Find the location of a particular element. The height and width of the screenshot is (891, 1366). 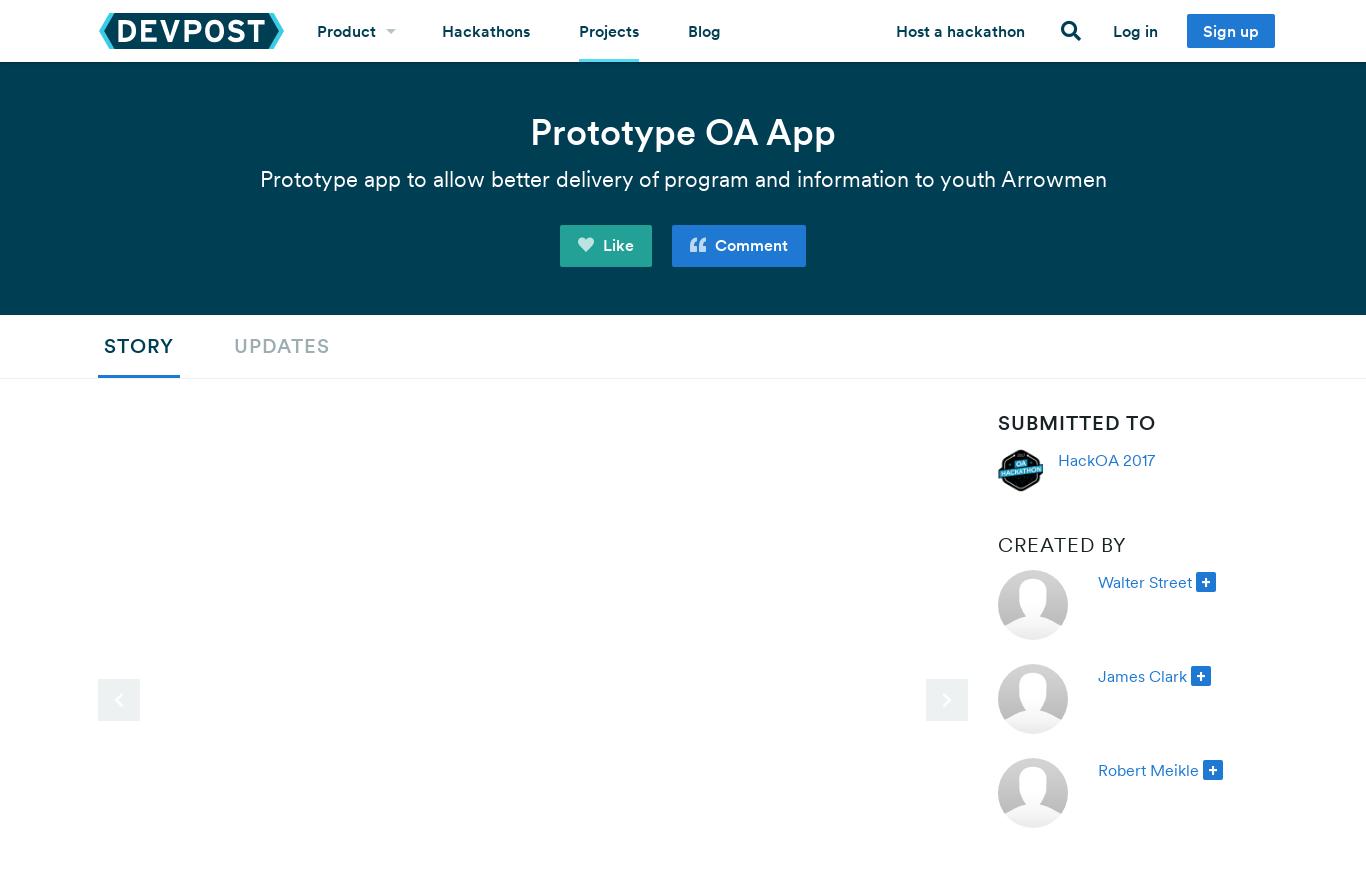

'Comment' is located at coordinates (748, 243).